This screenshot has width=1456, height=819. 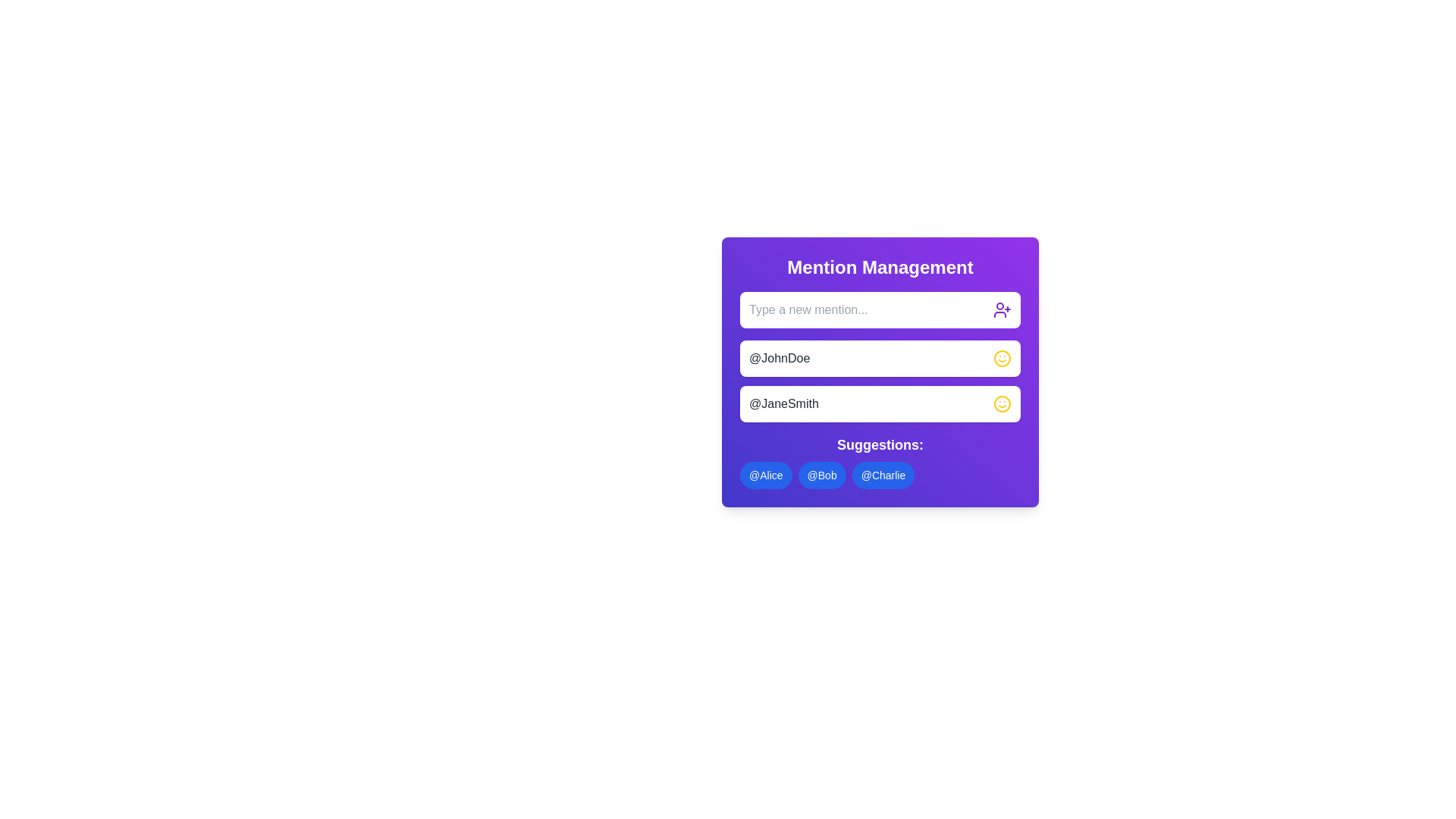 I want to click on the blue circular badge containing the text '@Charlie', so click(x=880, y=475).